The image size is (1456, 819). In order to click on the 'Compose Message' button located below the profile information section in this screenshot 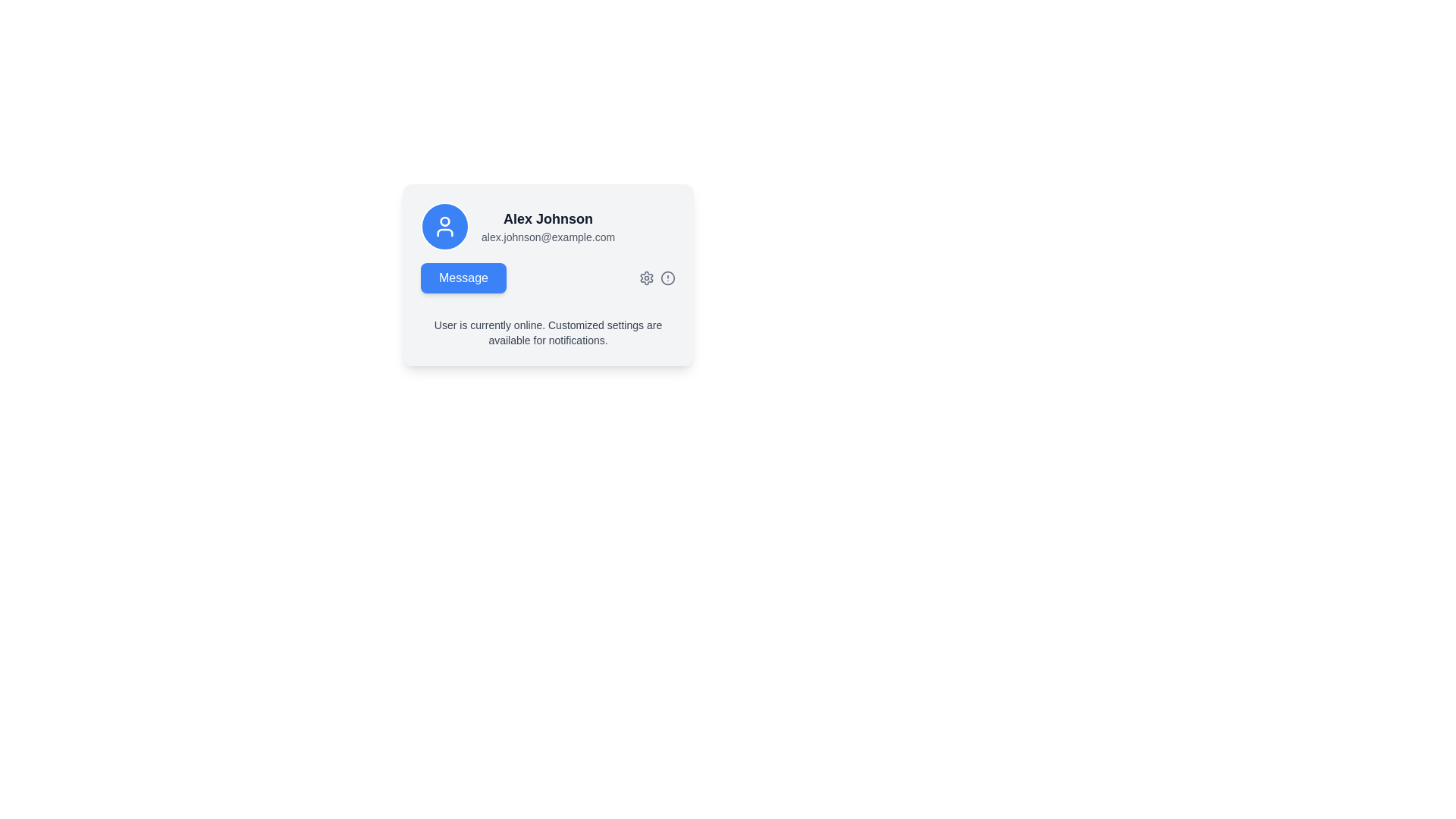, I will do `click(463, 278)`.